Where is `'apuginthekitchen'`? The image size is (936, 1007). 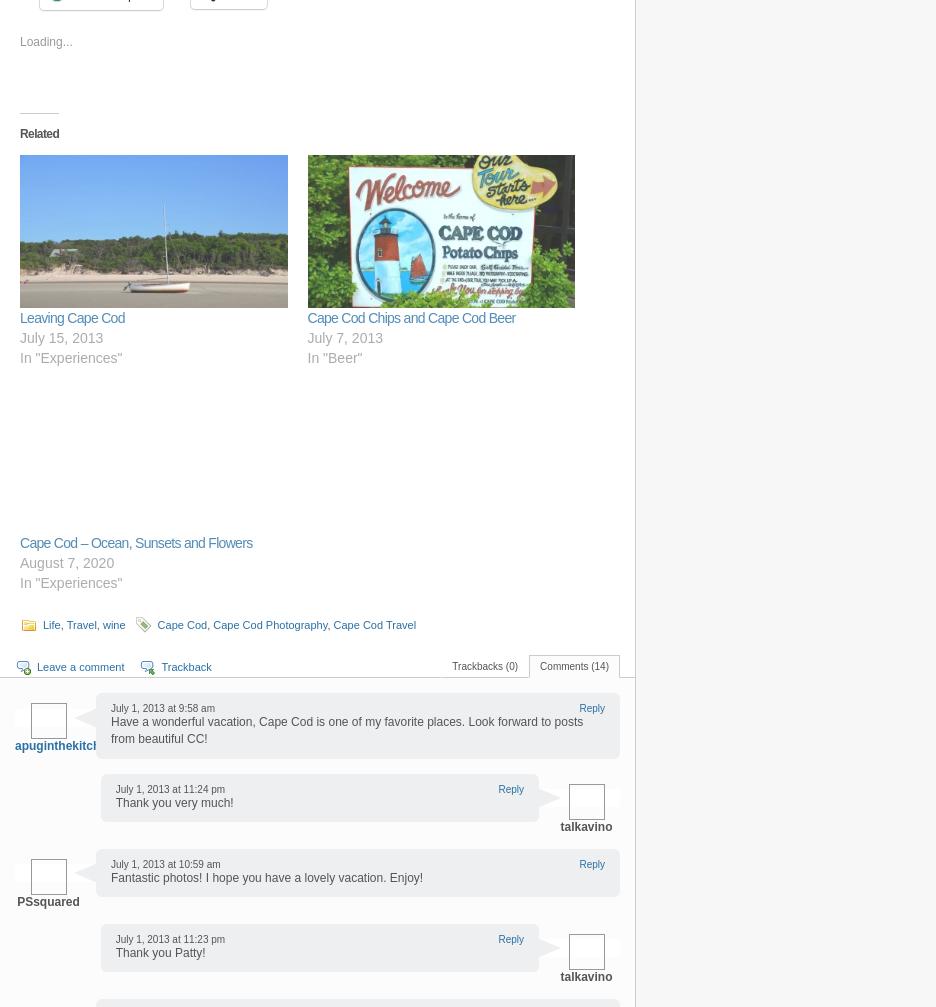
'apuginthekitchen' is located at coordinates (64, 743).